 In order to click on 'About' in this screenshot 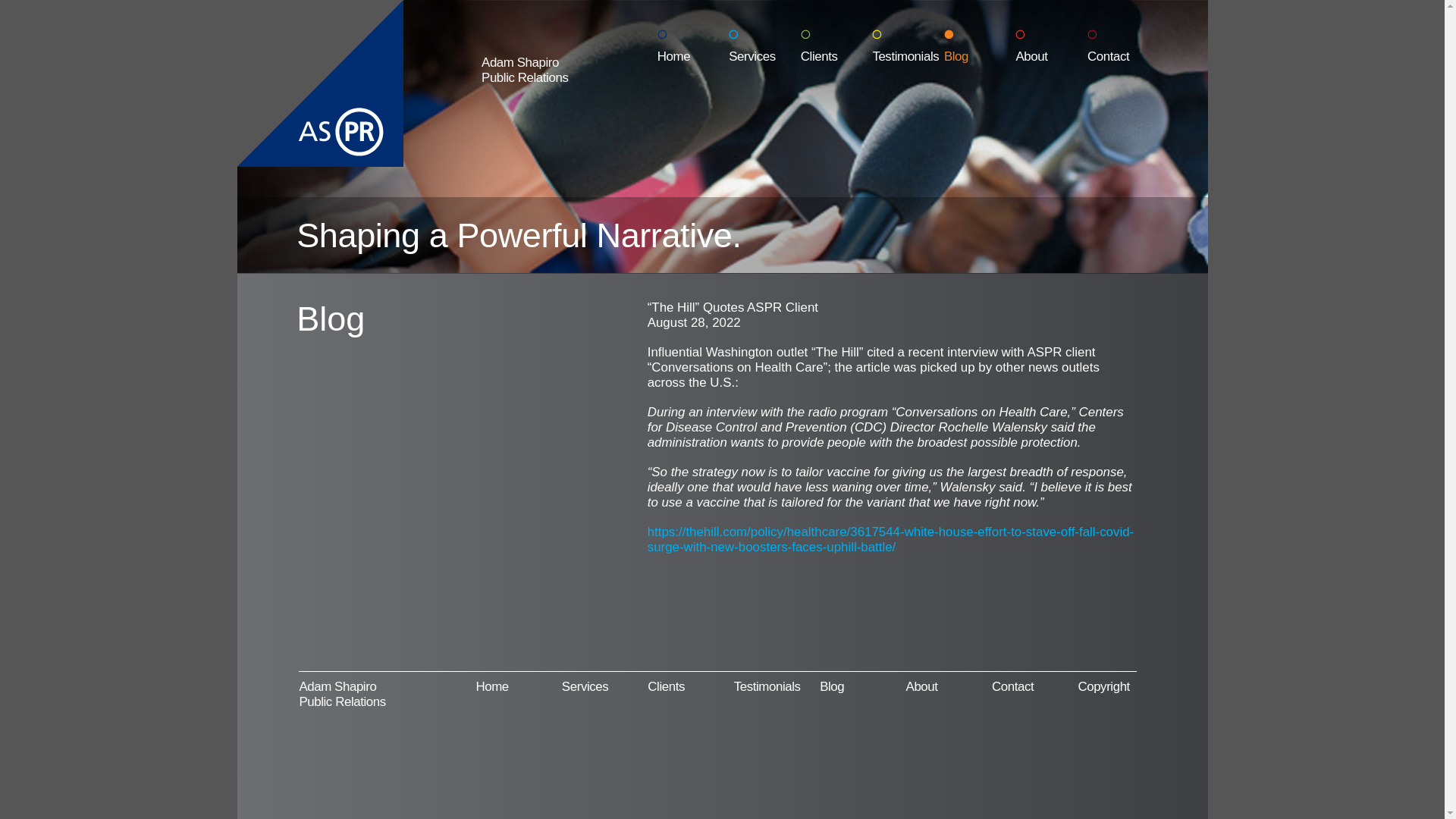, I will do `click(921, 686)`.